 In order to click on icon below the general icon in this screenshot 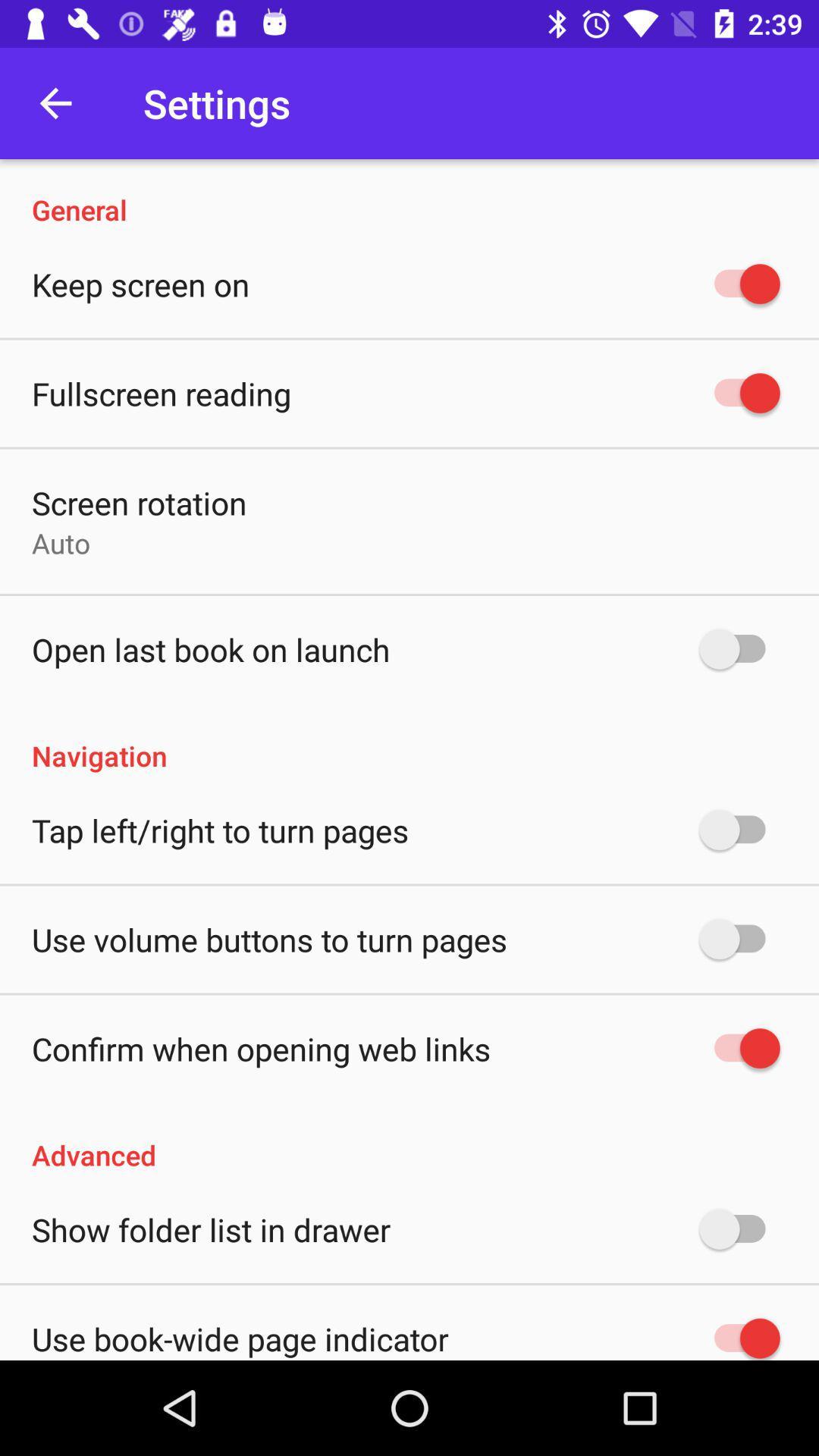, I will do `click(140, 284)`.